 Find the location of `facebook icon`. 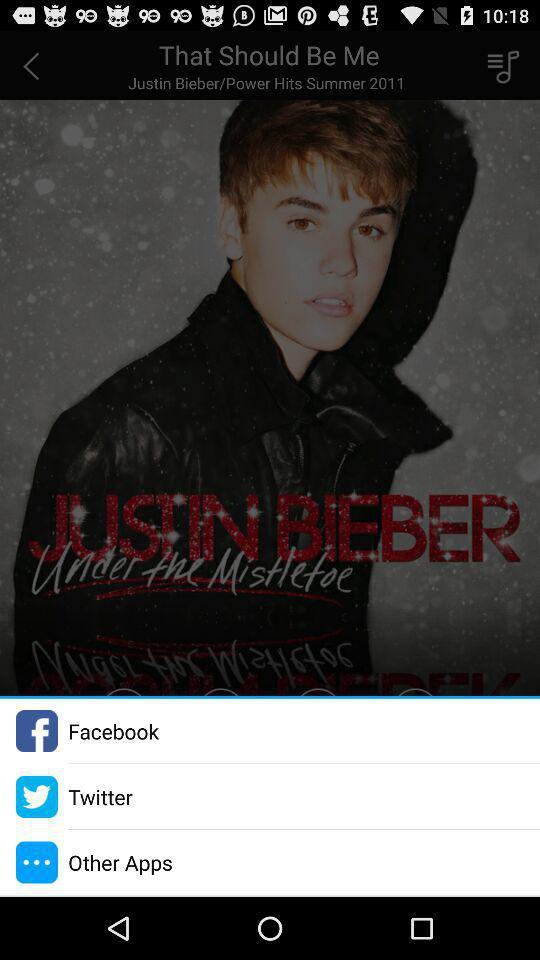

facebook icon is located at coordinates (113, 730).